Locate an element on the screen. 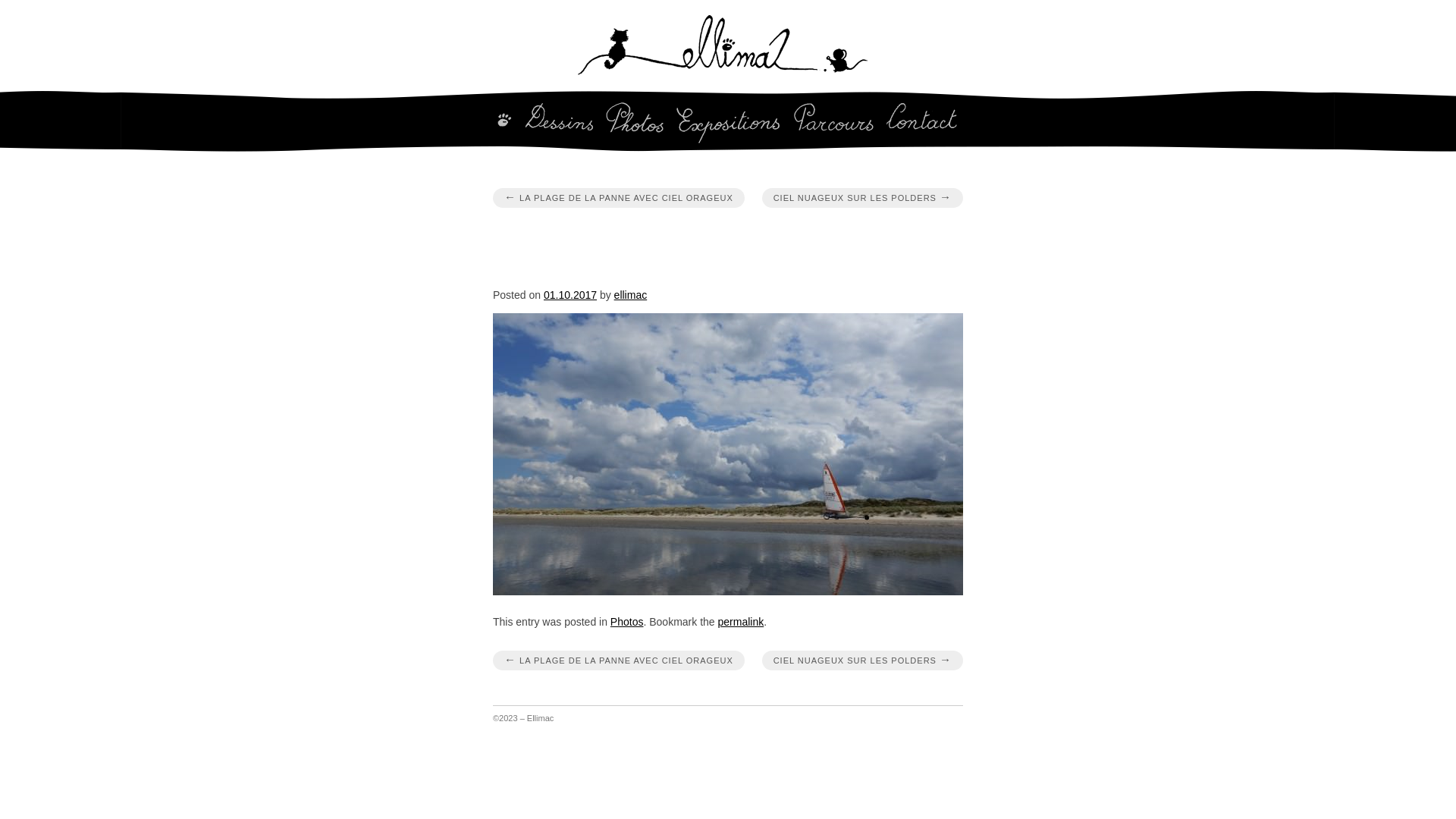 The image size is (1456, 819). 'Dessins' is located at coordinates (559, 122).